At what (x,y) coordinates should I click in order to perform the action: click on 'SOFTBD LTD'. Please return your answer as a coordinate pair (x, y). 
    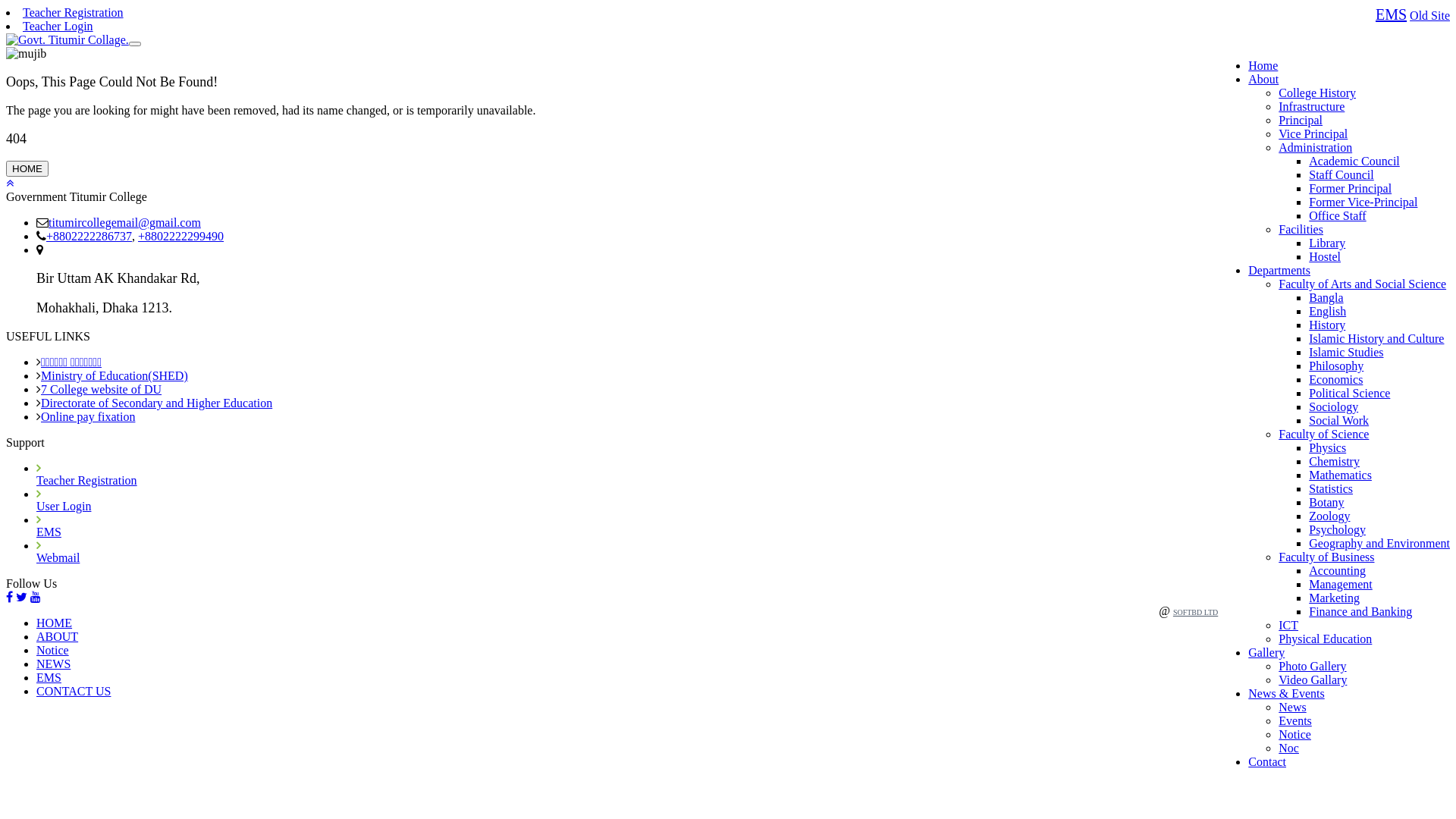
    Looking at the image, I should click on (1172, 611).